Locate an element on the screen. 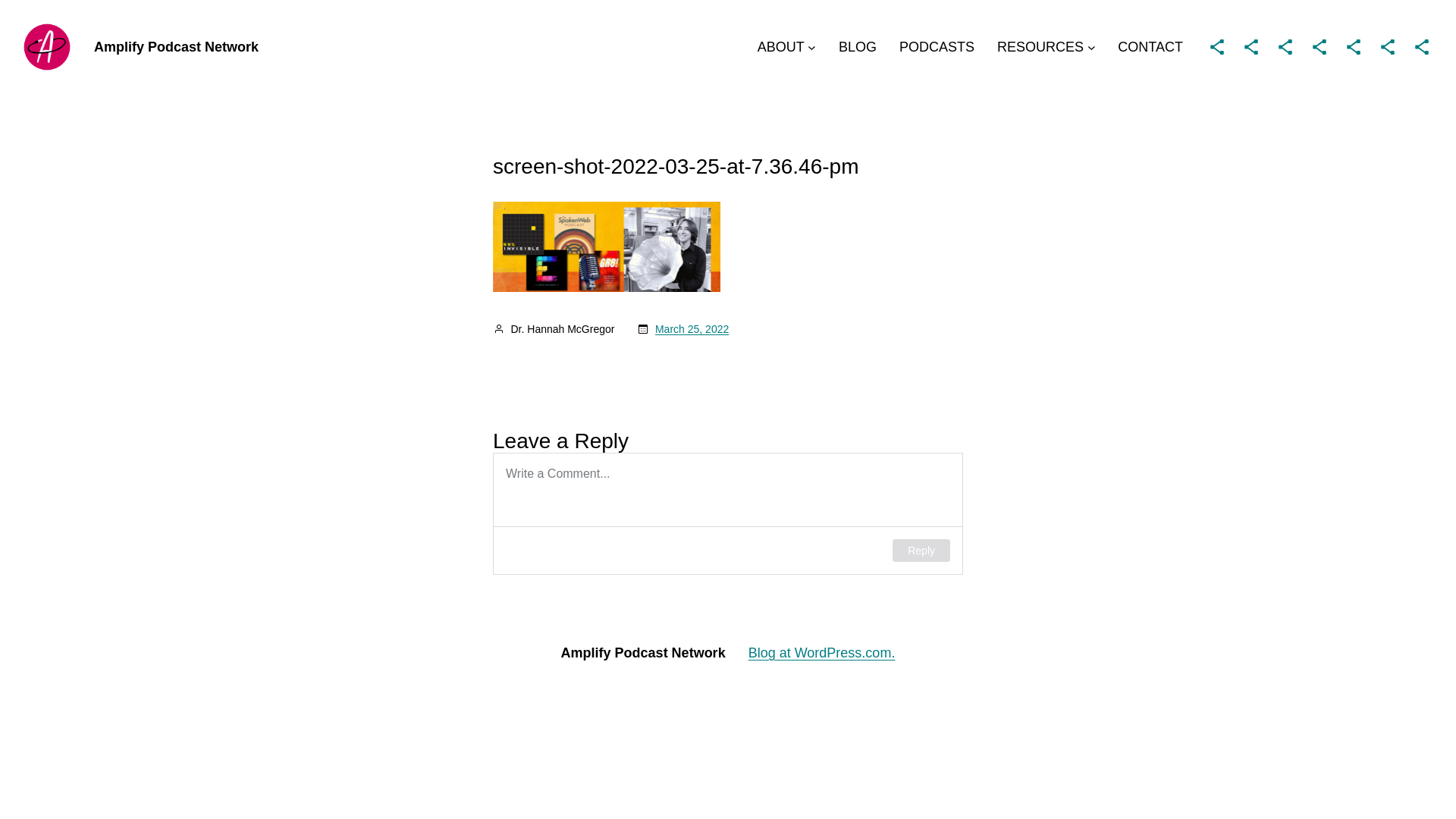 The width and height of the screenshot is (1456, 819). 'Blog at WordPress.com.' is located at coordinates (821, 651).